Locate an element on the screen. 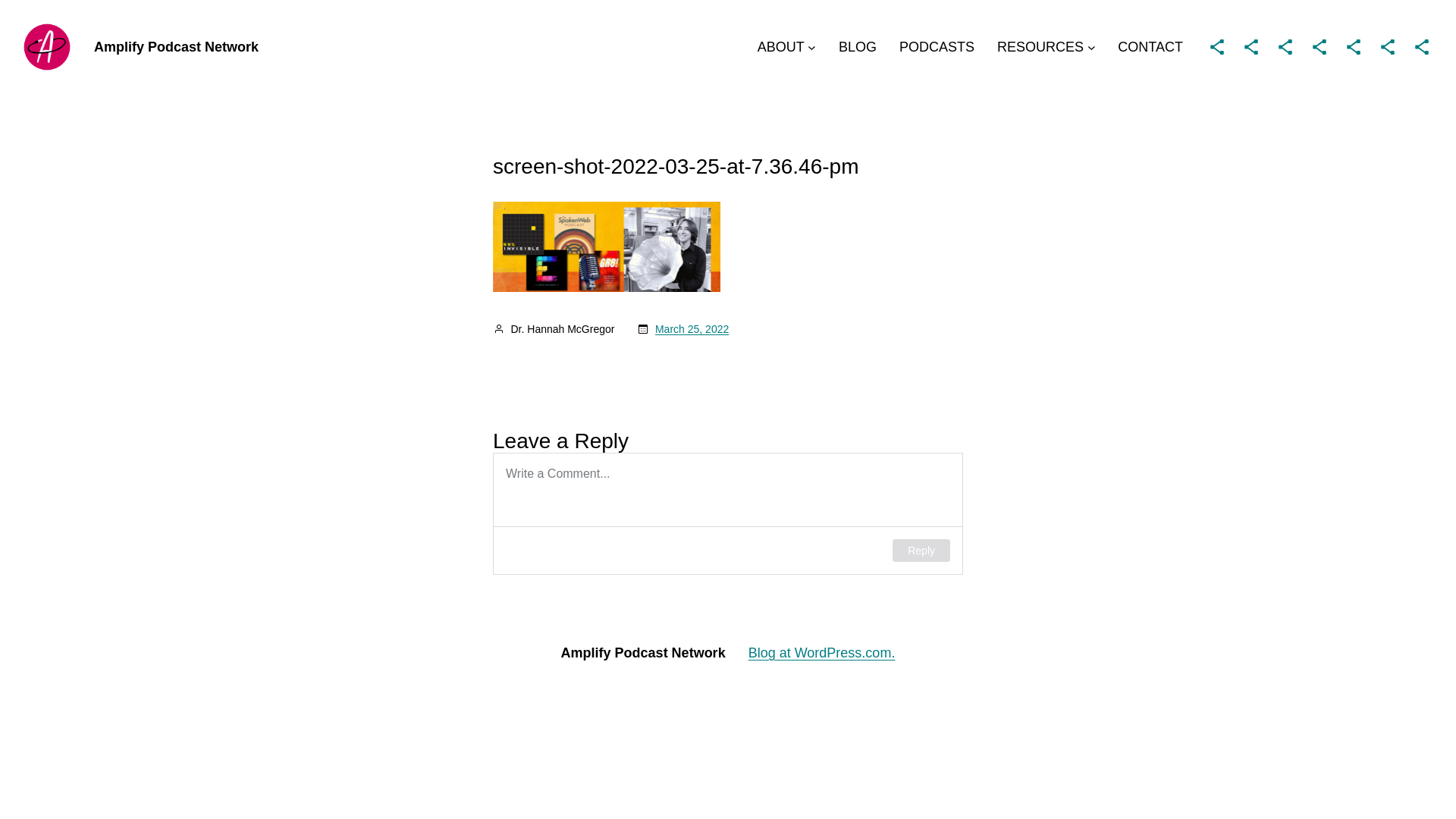 The width and height of the screenshot is (1456, 819). 'Blog at WordPress.com.' is located at coordinates (821, 651).